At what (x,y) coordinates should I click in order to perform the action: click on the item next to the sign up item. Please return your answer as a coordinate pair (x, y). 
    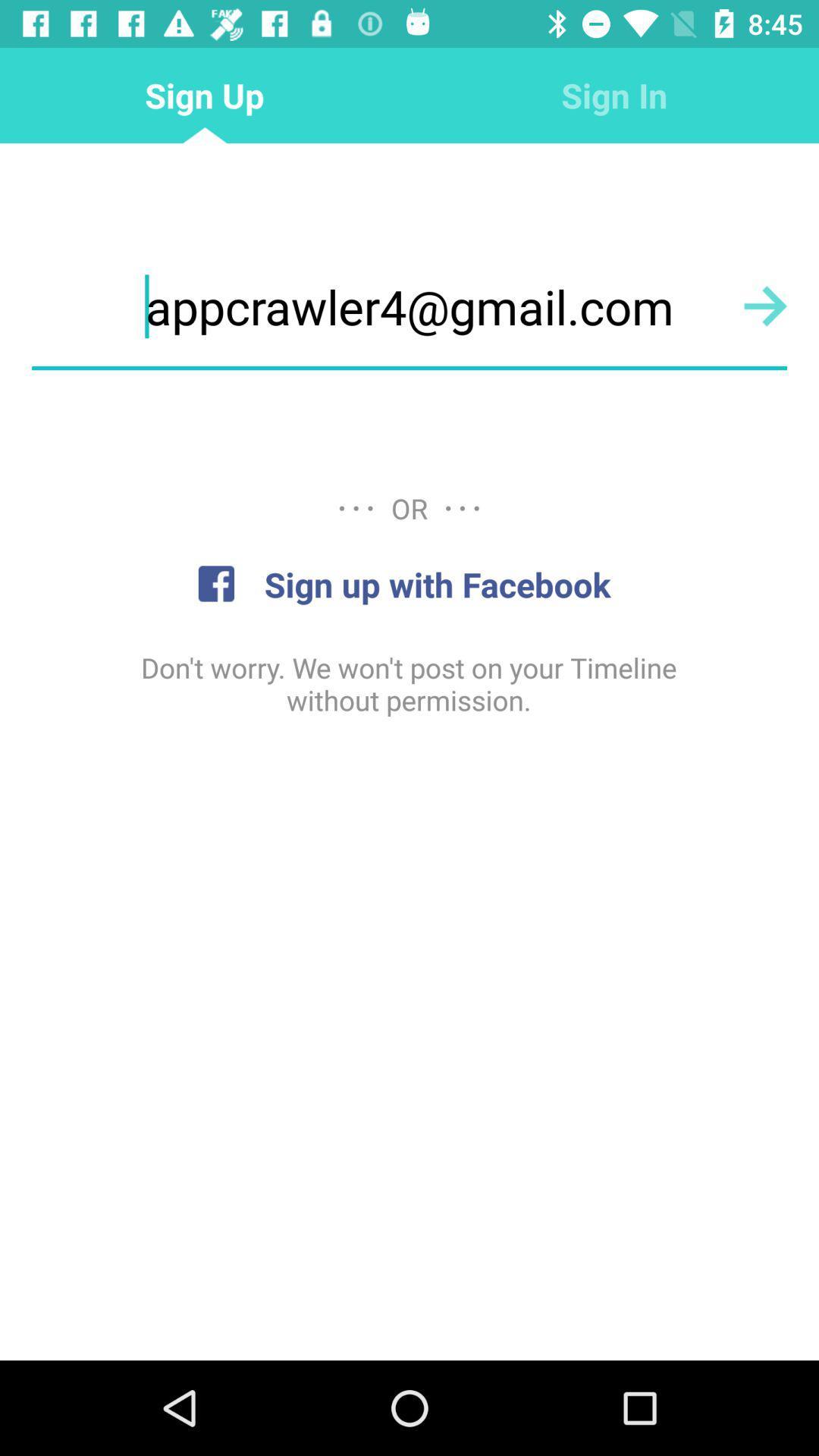
    Looking at the image, I should click on (614, 94).